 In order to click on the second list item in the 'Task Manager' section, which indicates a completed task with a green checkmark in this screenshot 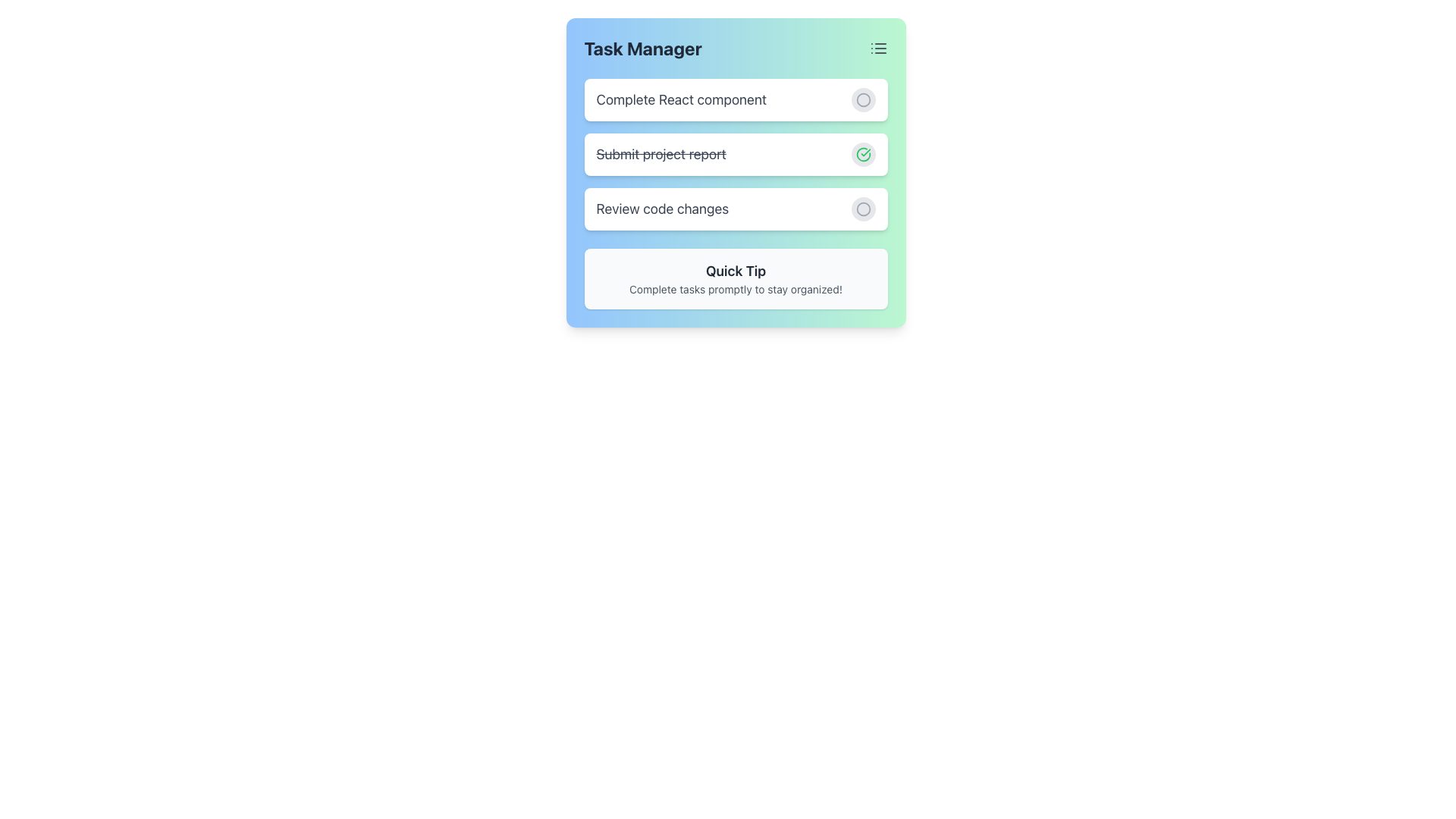, I will do `click(736, 155)`.